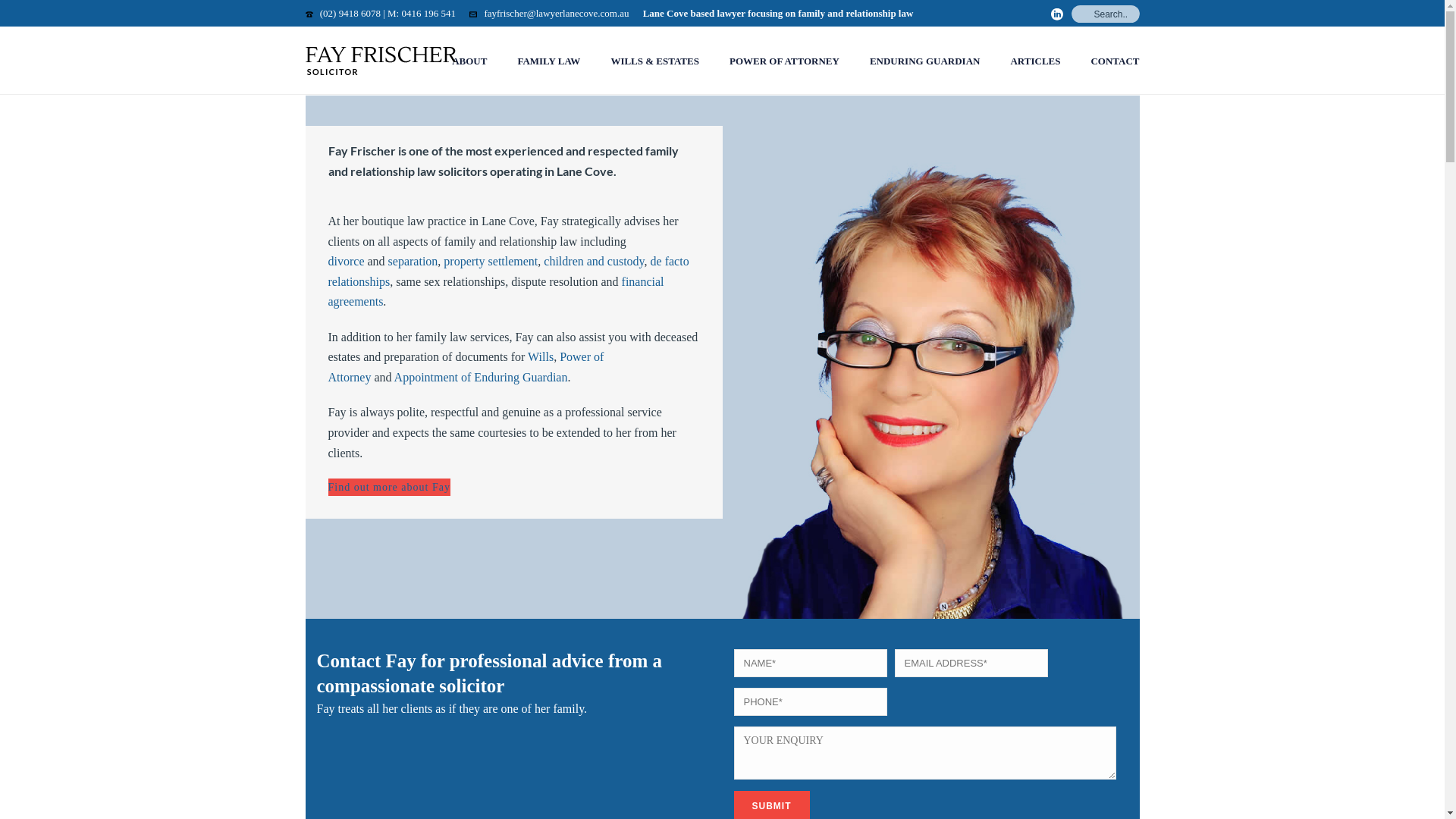  Describe the element at coordinates (592, 260) in the screenshot. I see `'children and custody'` at that location.